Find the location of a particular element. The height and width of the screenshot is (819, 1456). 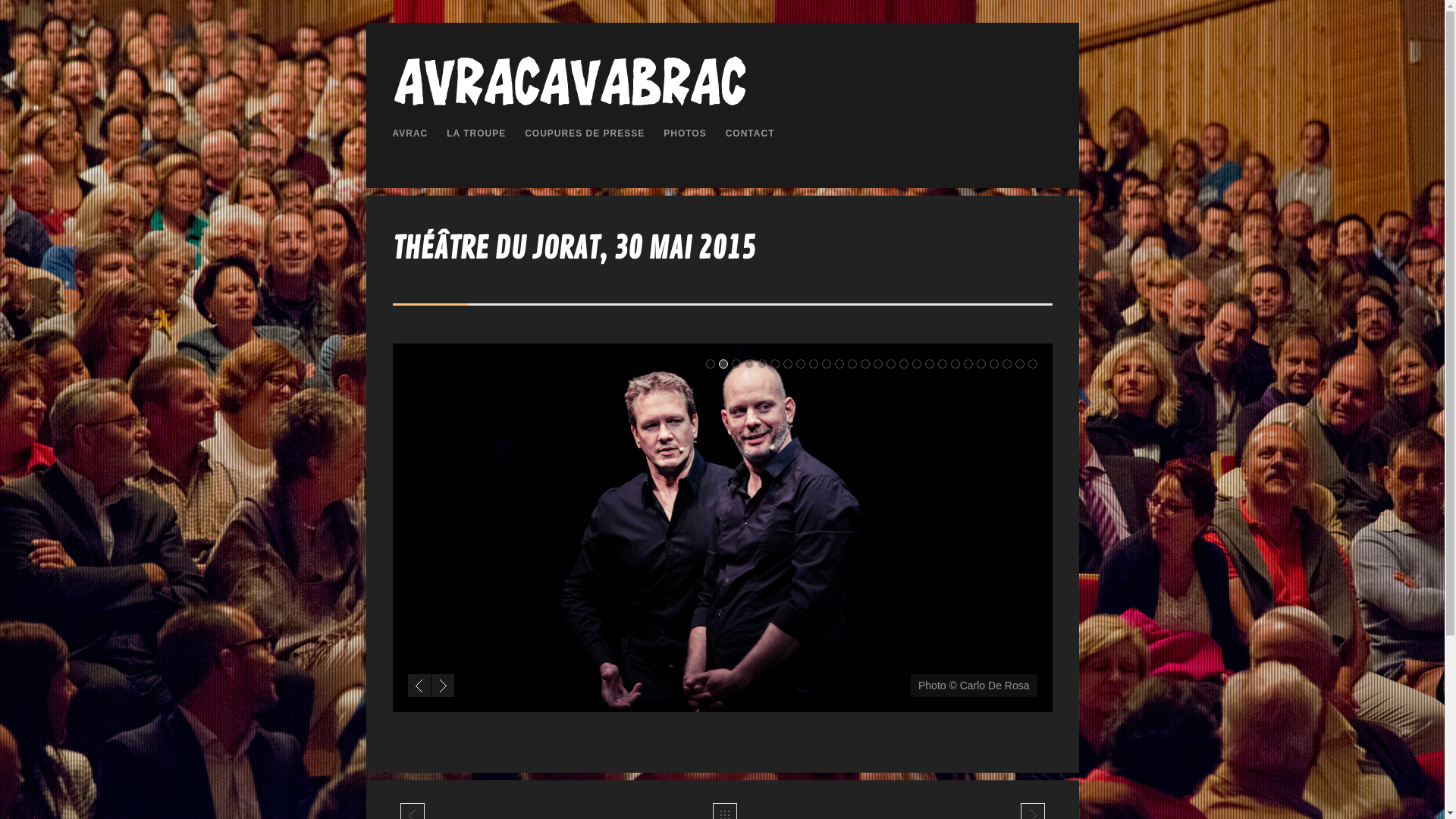

'23' is located at coordinates (993, 363).